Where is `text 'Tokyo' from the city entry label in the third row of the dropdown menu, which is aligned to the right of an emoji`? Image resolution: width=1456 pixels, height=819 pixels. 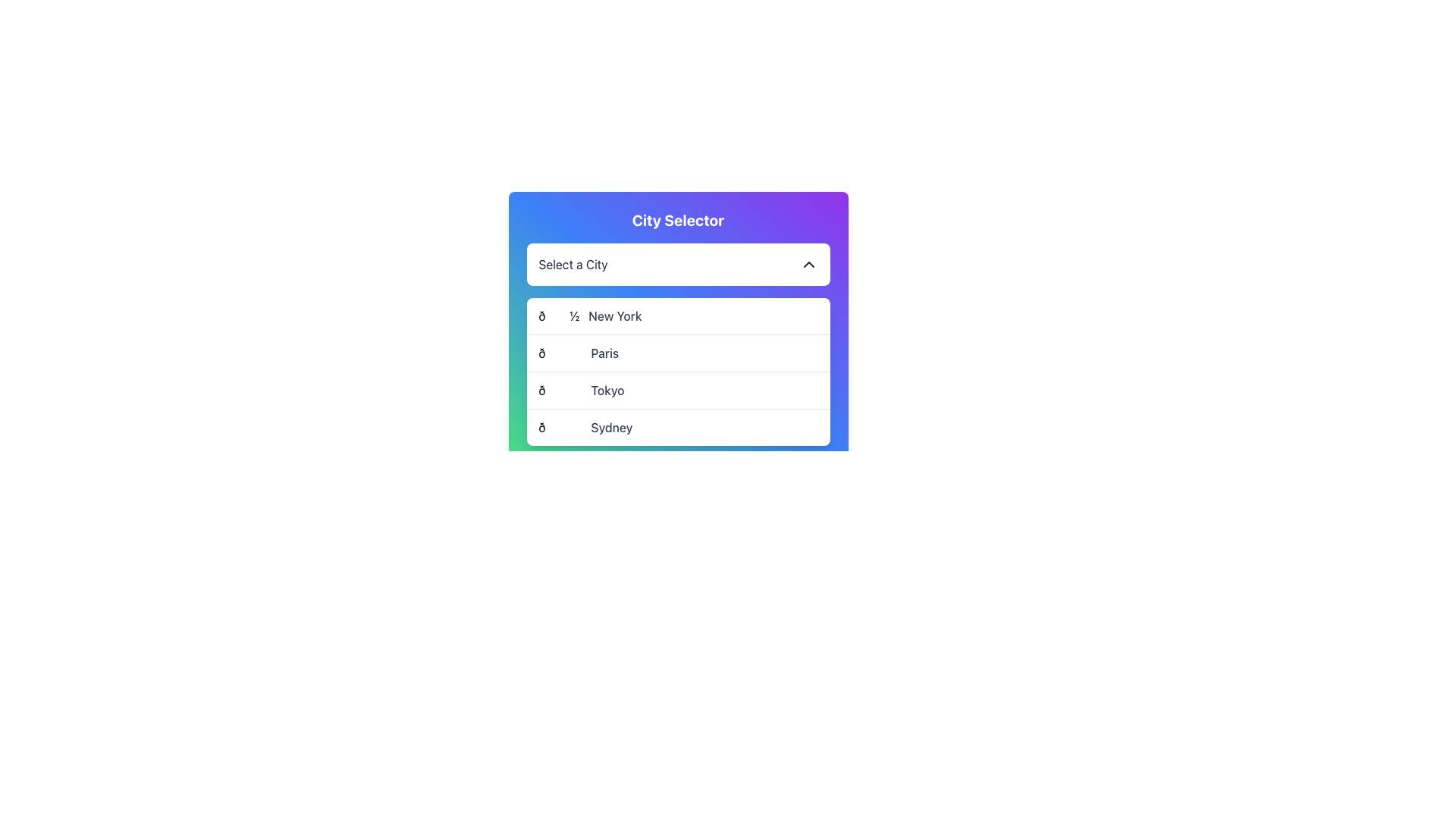
text 'Tokyo' from the city entry label in the third row of the dropdown menu, which is aligned to the right of an emoji is located at coordinates (607, 390).